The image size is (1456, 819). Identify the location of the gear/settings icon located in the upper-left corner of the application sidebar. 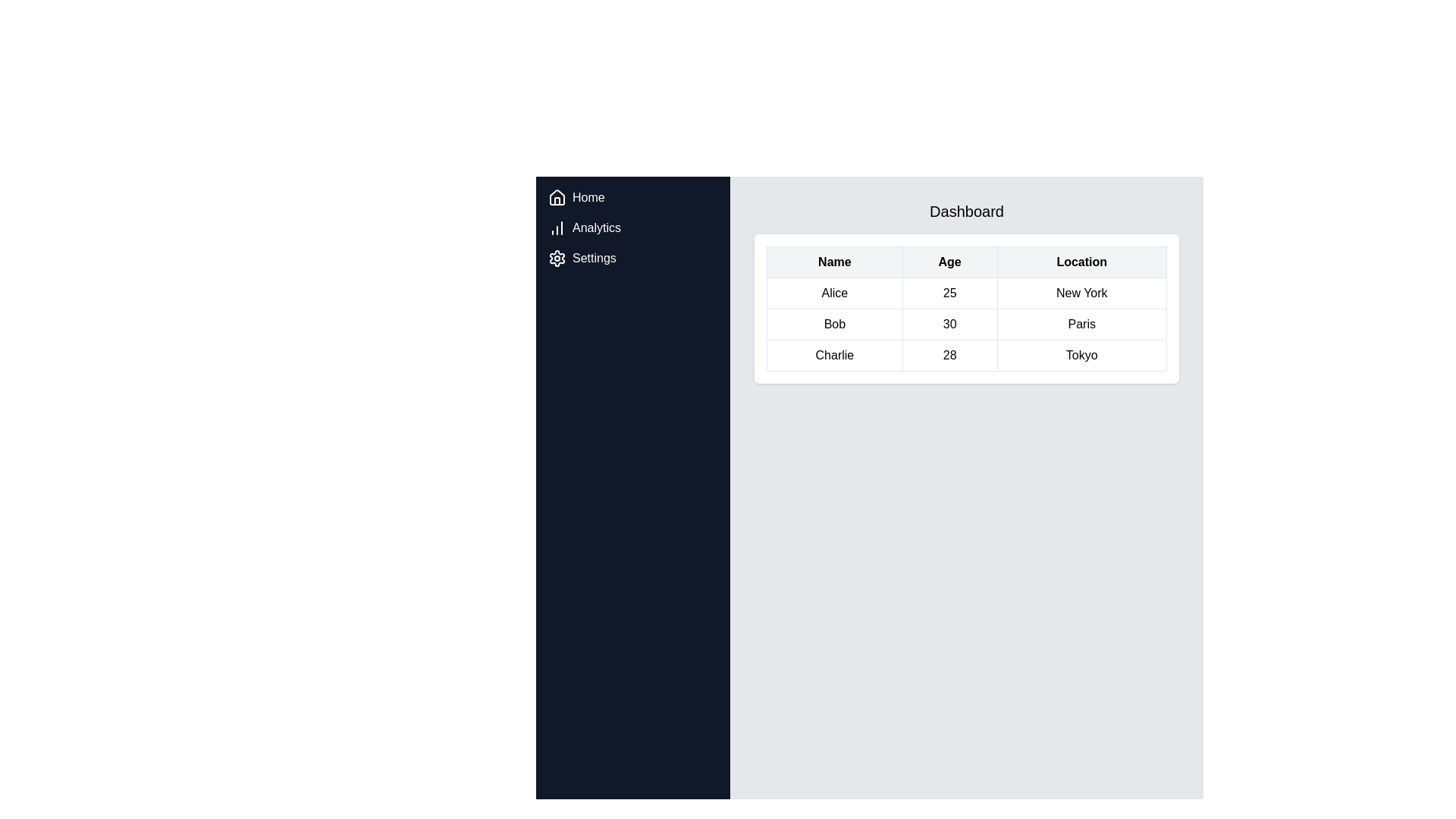
(556, 257).